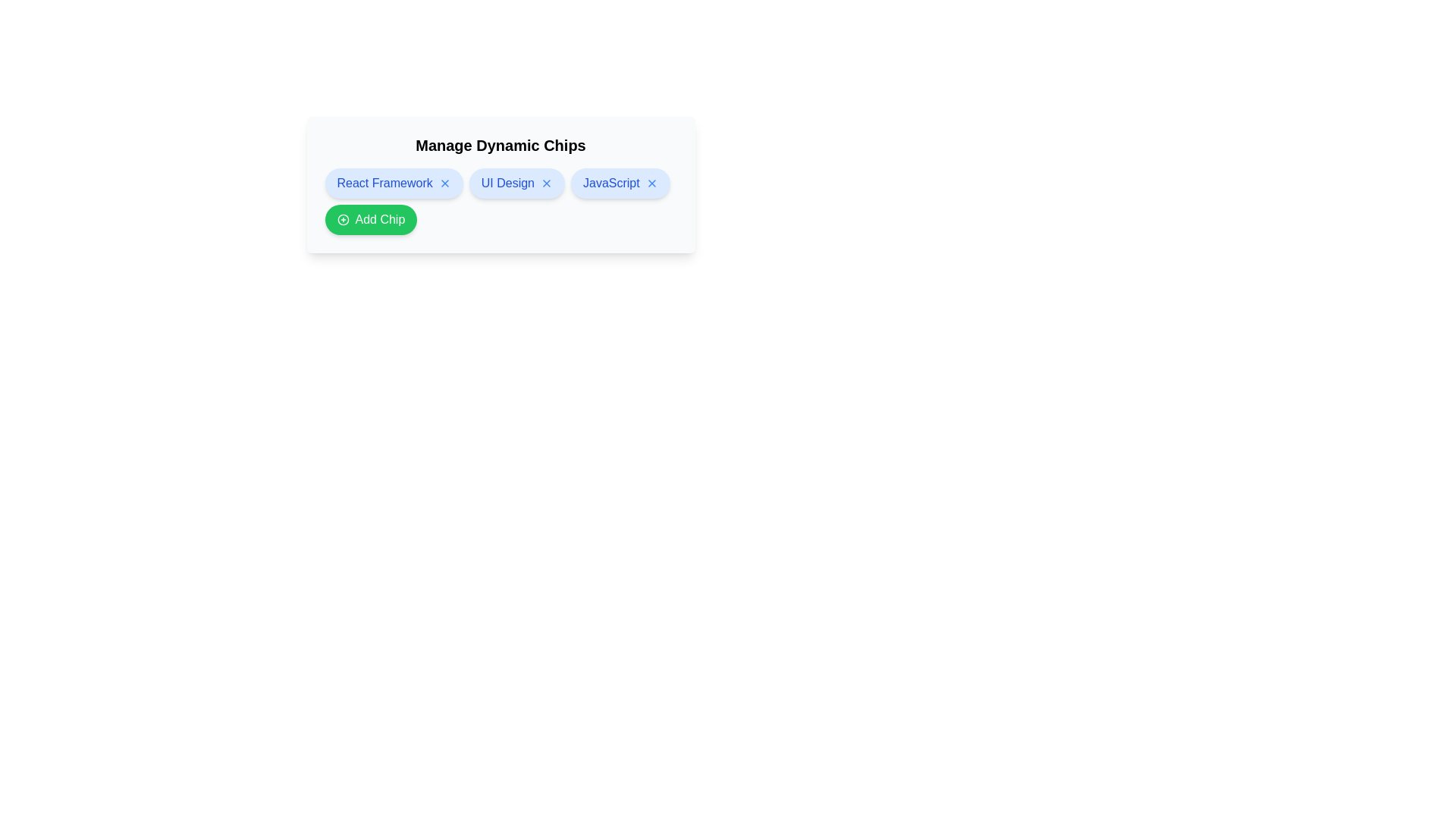  What do you see at coordinates (651, 183) in the screenshot?
I see `close button of the chip labeled 'JavaScript' to remove it` at bounding box center [651, 183].